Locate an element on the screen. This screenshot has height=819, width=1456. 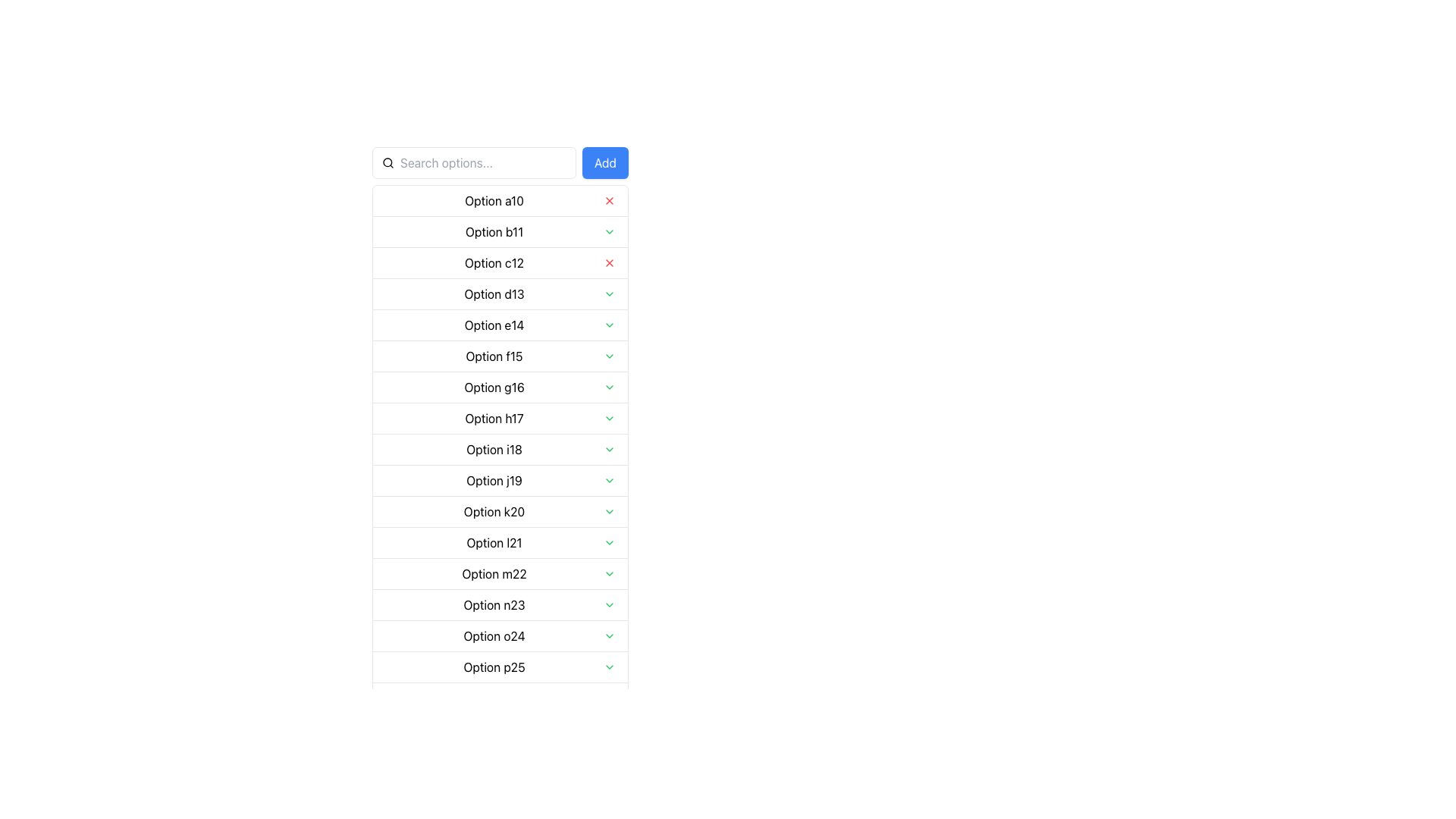
the icon located at the right end of the list item labeled 'Option l21' is located at coordinates (610, 542).